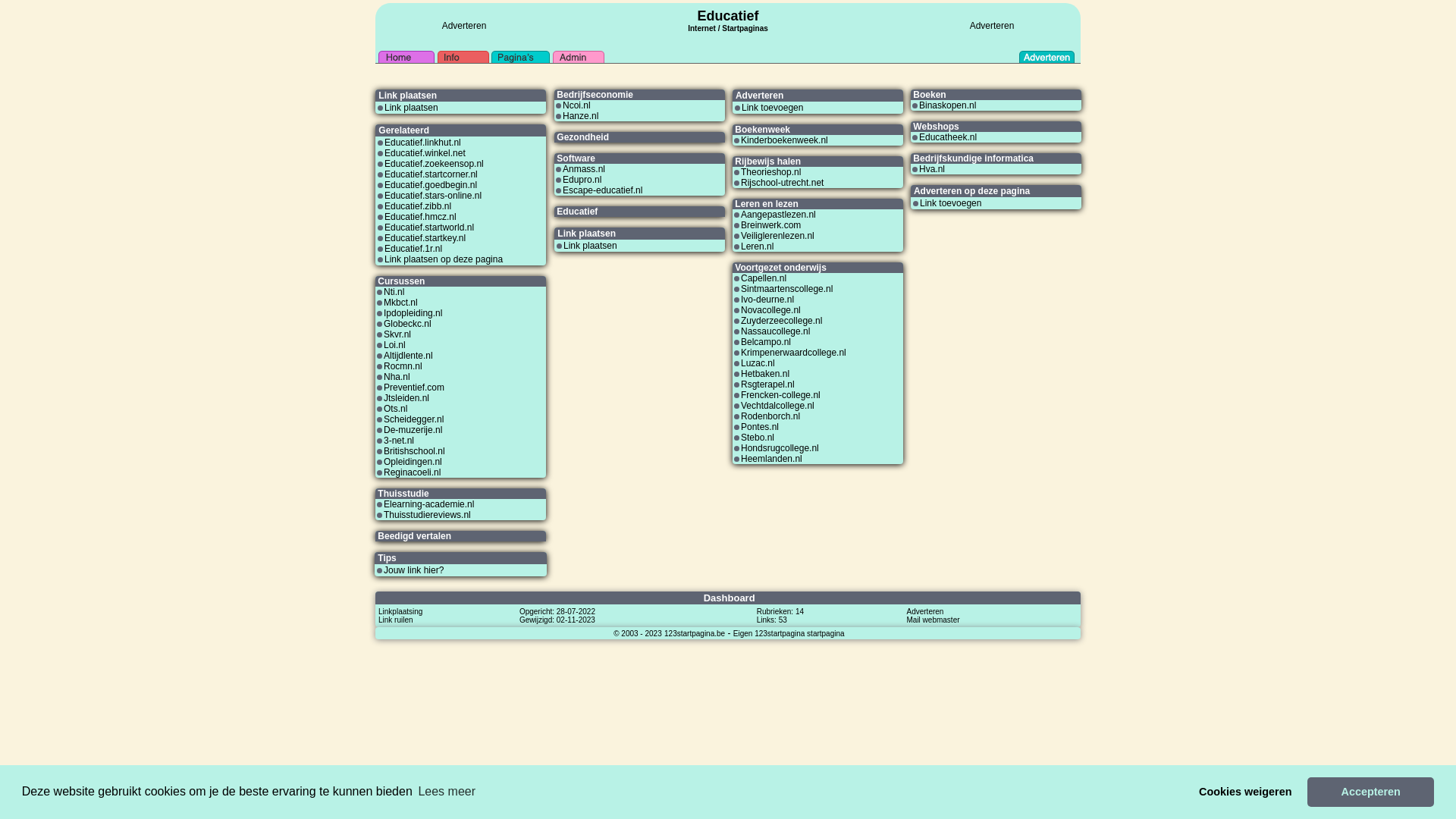 Image resolution: width=1456 pixels, height=819 pixels. Describe the element at coordinates (720, 28) in the screenshot. I see `'Startpaginas'` at that location.